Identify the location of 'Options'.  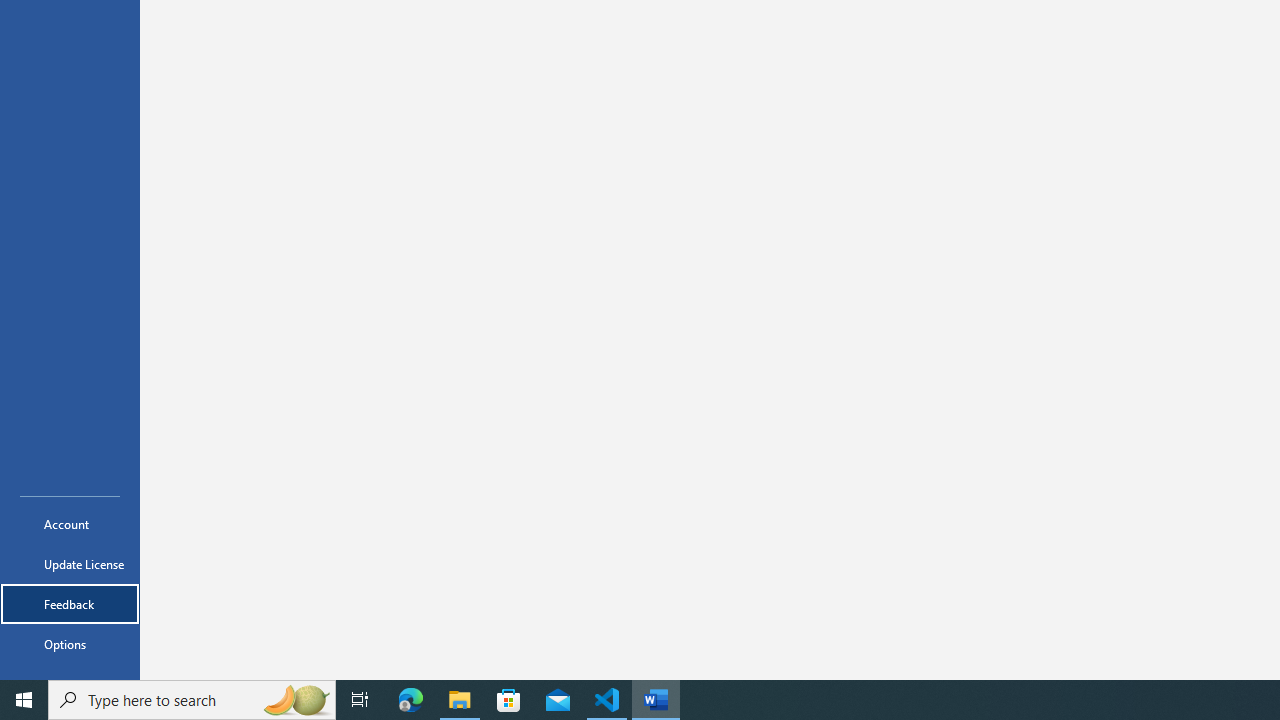
(69, 644).